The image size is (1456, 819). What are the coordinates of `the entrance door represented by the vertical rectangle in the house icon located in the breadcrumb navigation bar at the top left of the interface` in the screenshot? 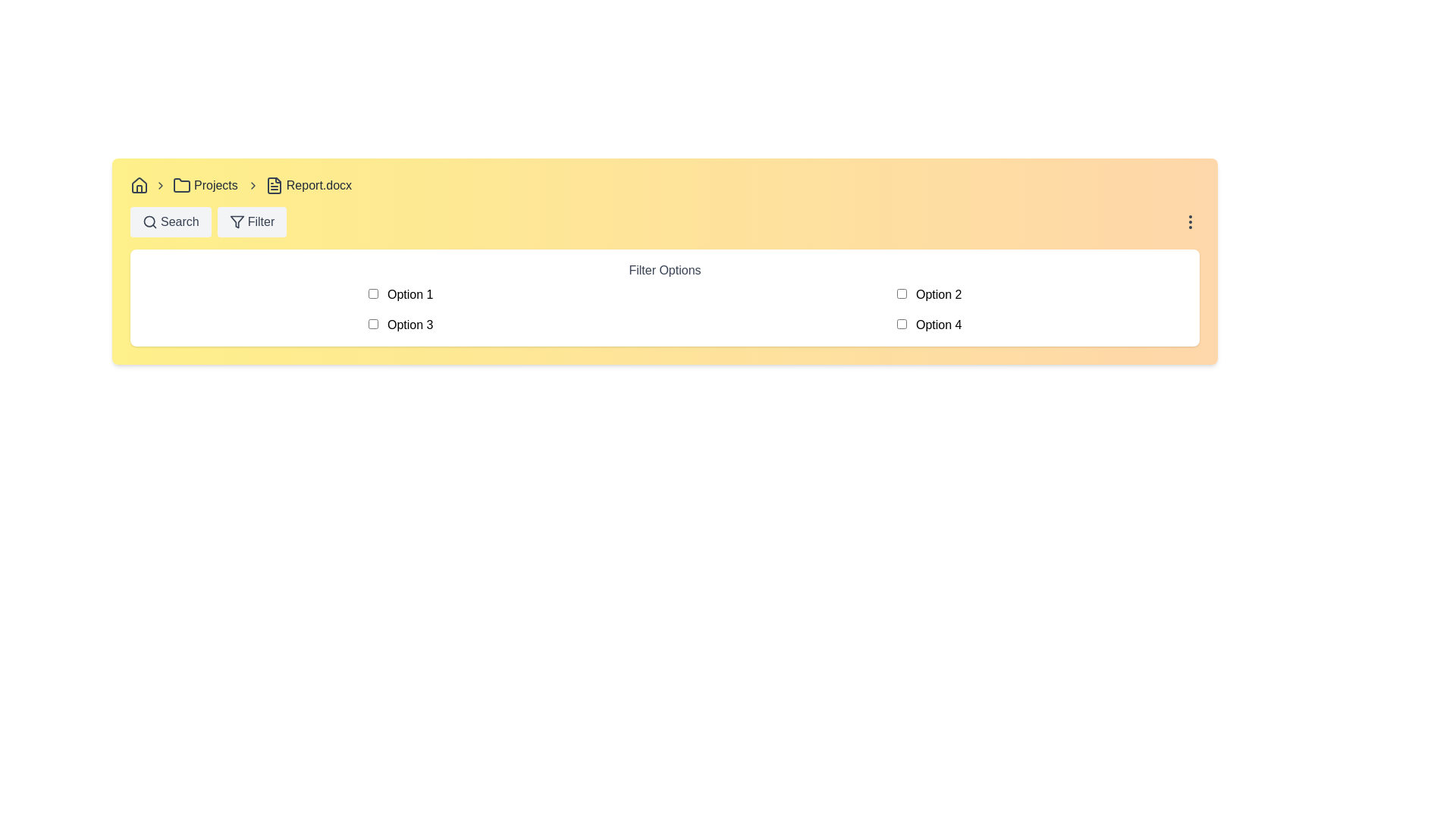 It's located at (139, 188).